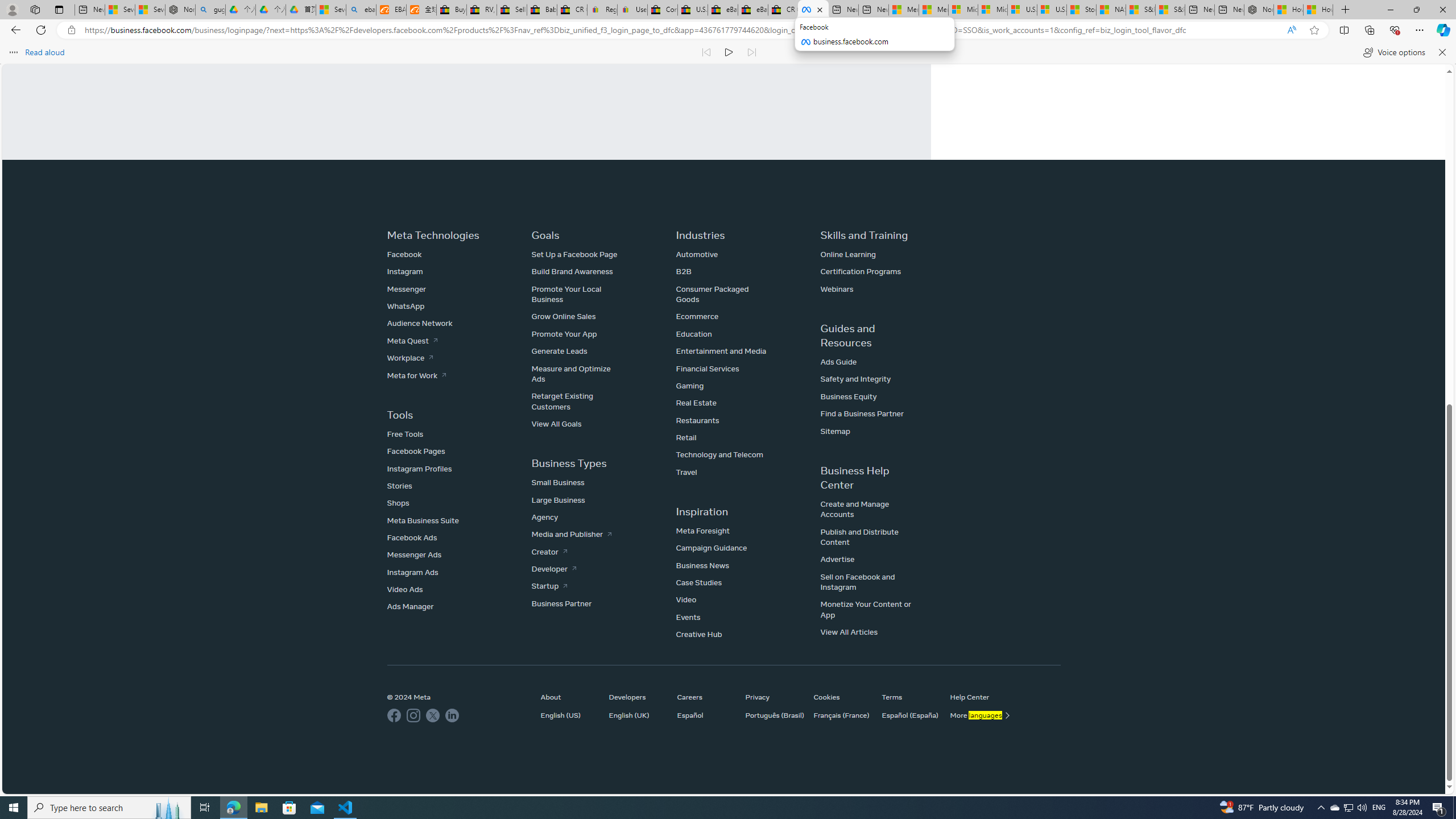  What do you see at coordinates (711, 547) in the screenshot?
I see `'Campaign Guidance'` at bounding box center [711, 547].